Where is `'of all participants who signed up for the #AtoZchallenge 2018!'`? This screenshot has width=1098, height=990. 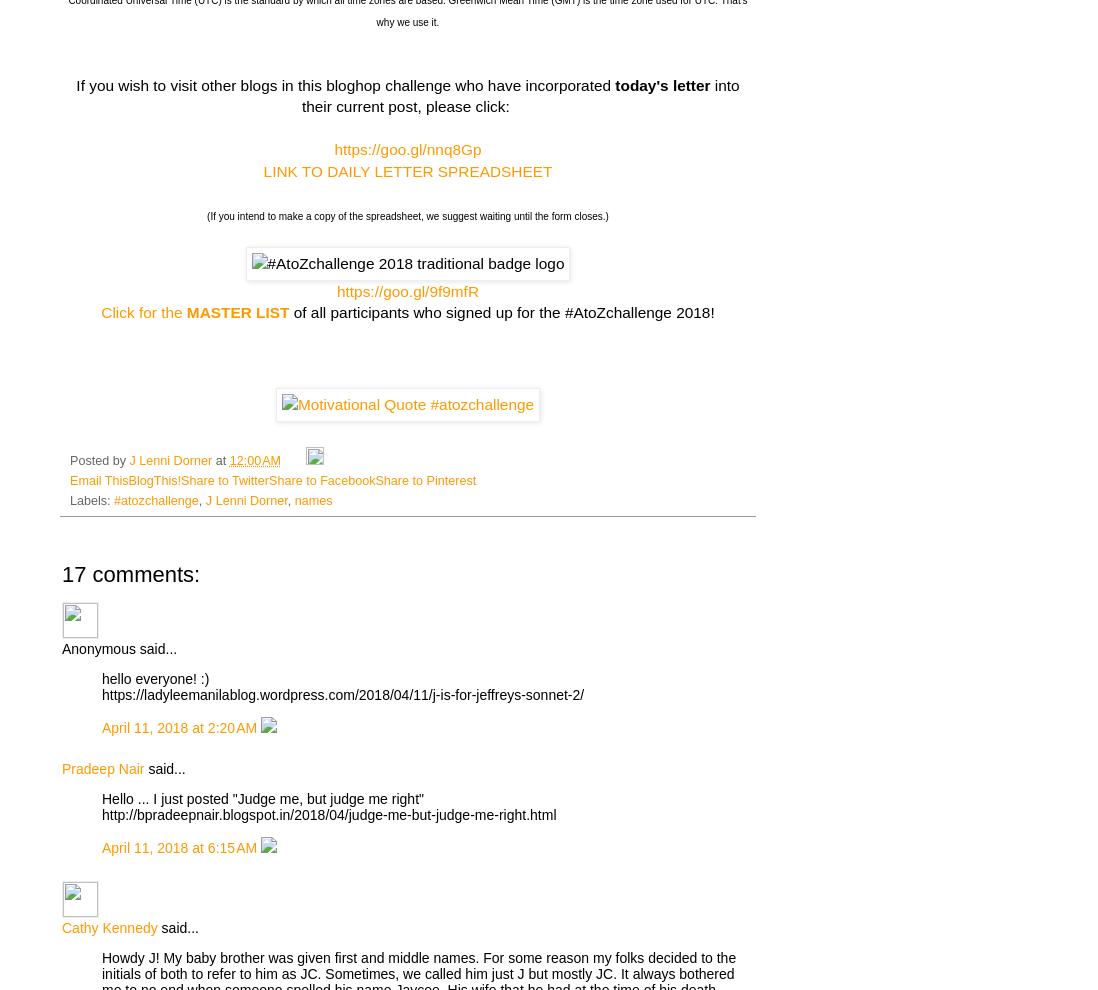
'of all participants who signed up for the #AtoZchallenge 2018!' is located at coordinates (501, 311).